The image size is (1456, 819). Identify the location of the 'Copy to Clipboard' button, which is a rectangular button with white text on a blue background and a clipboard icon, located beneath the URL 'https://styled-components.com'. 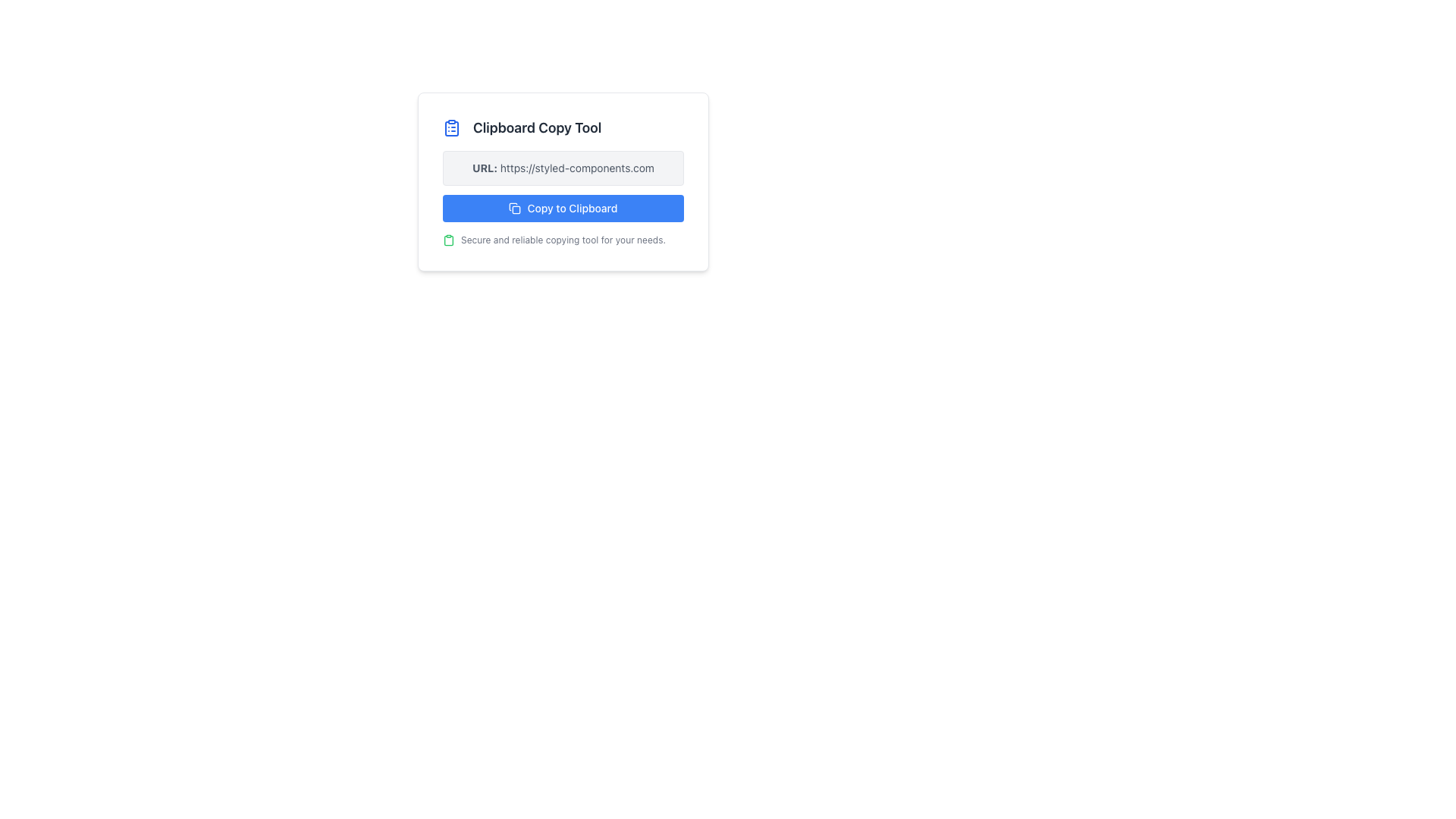
(563, 208).